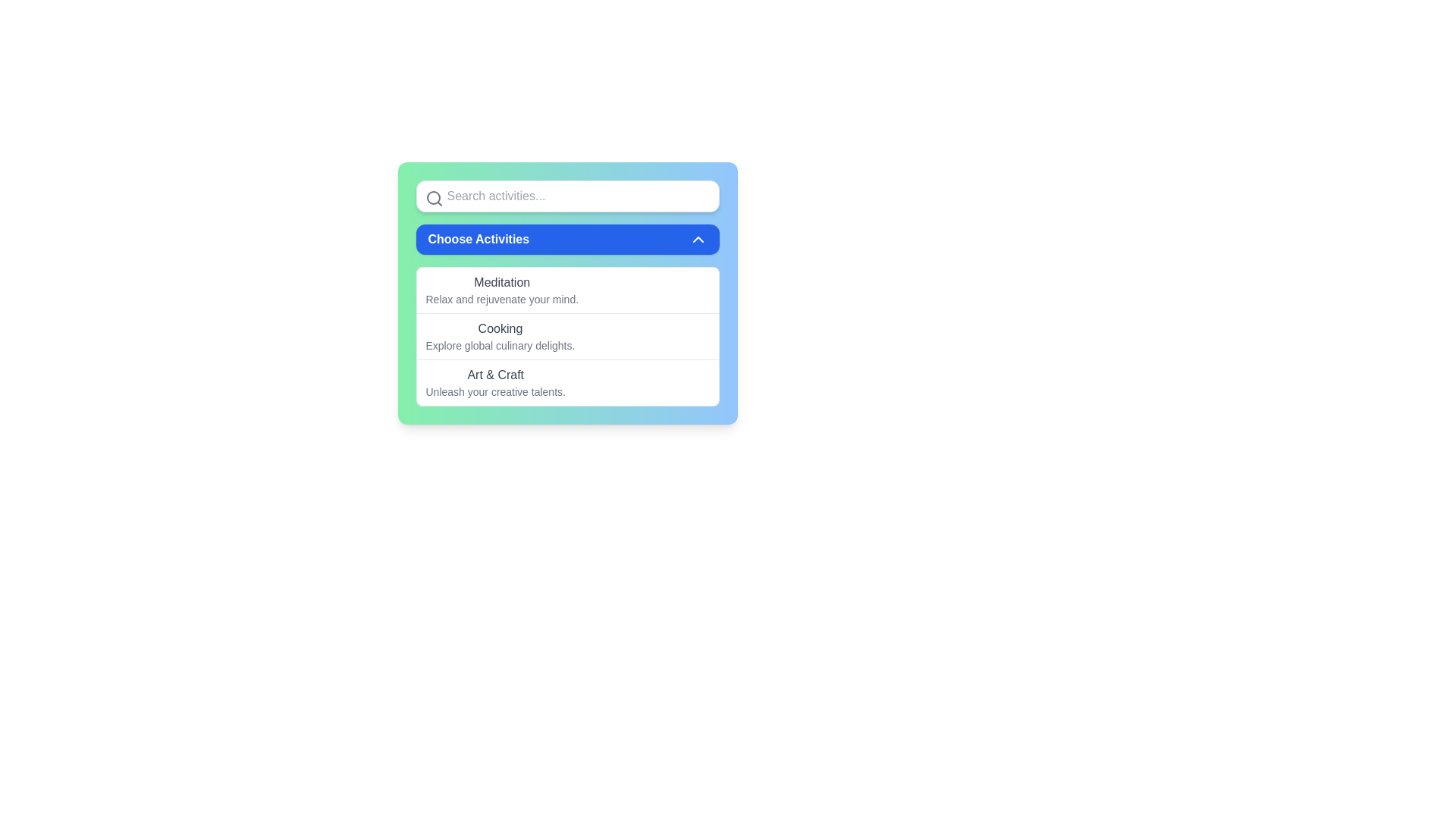  What do you see at coordinates (697, 239) in the screenshot?
I see `the dropdown or toggle icon located at the far-right of the blue bar labeled 'Choose Activities', which is aligned horizontally with the text label` at bounding box center [697, 239].